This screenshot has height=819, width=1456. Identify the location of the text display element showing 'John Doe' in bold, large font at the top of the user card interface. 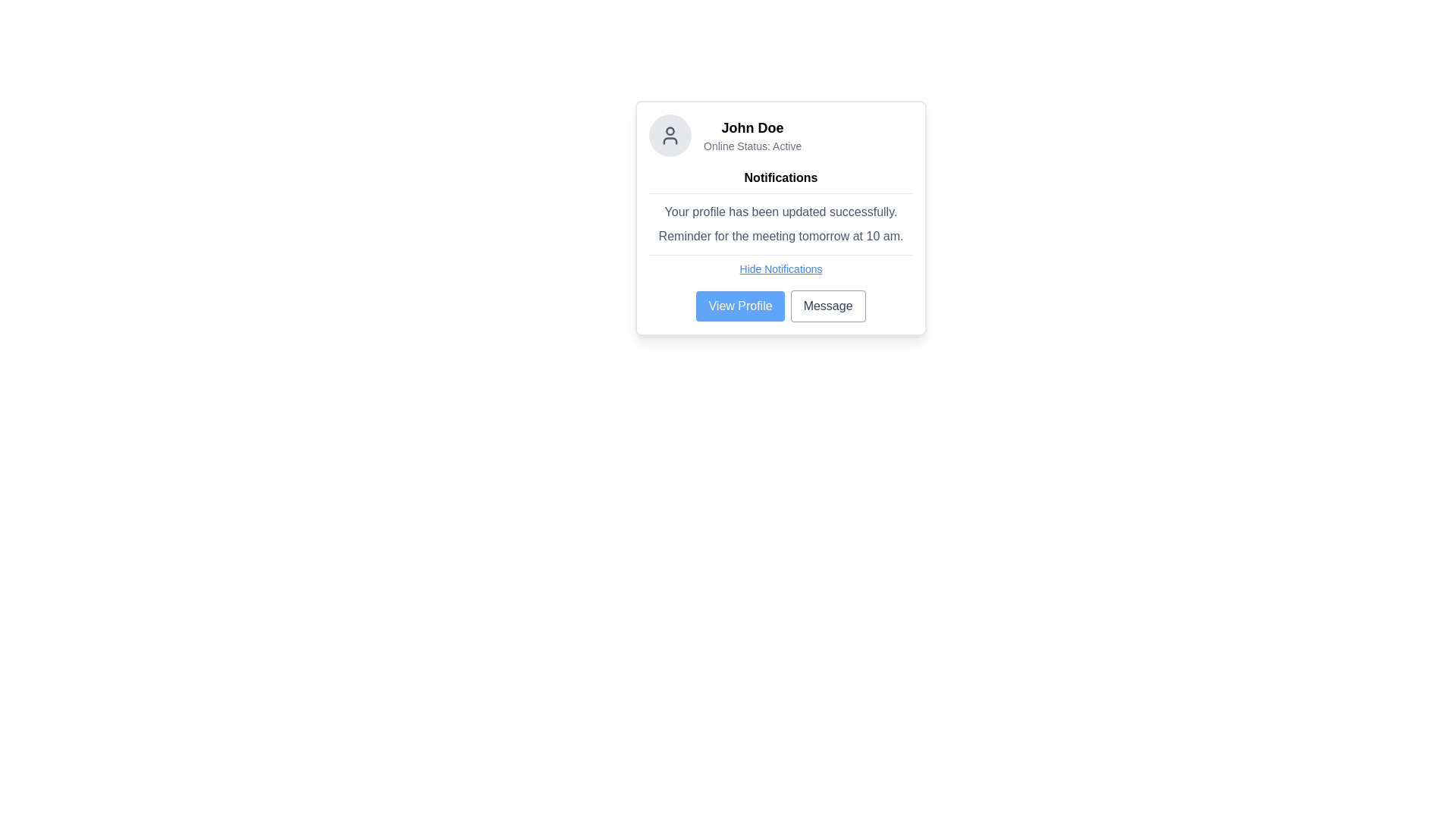
(752, 127).